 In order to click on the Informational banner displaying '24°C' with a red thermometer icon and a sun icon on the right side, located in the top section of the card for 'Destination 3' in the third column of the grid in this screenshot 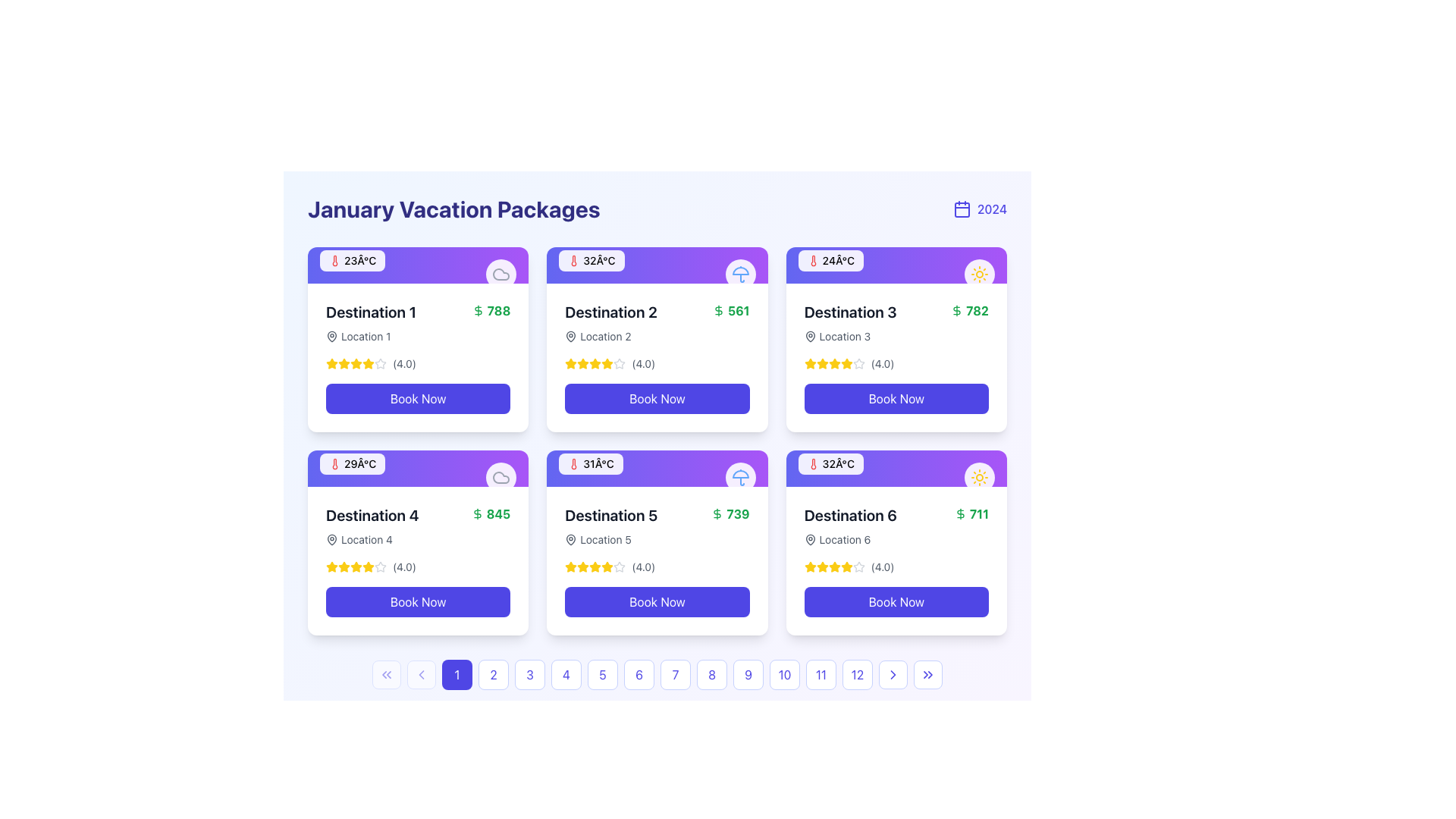, I will do `click(896, 265)`.